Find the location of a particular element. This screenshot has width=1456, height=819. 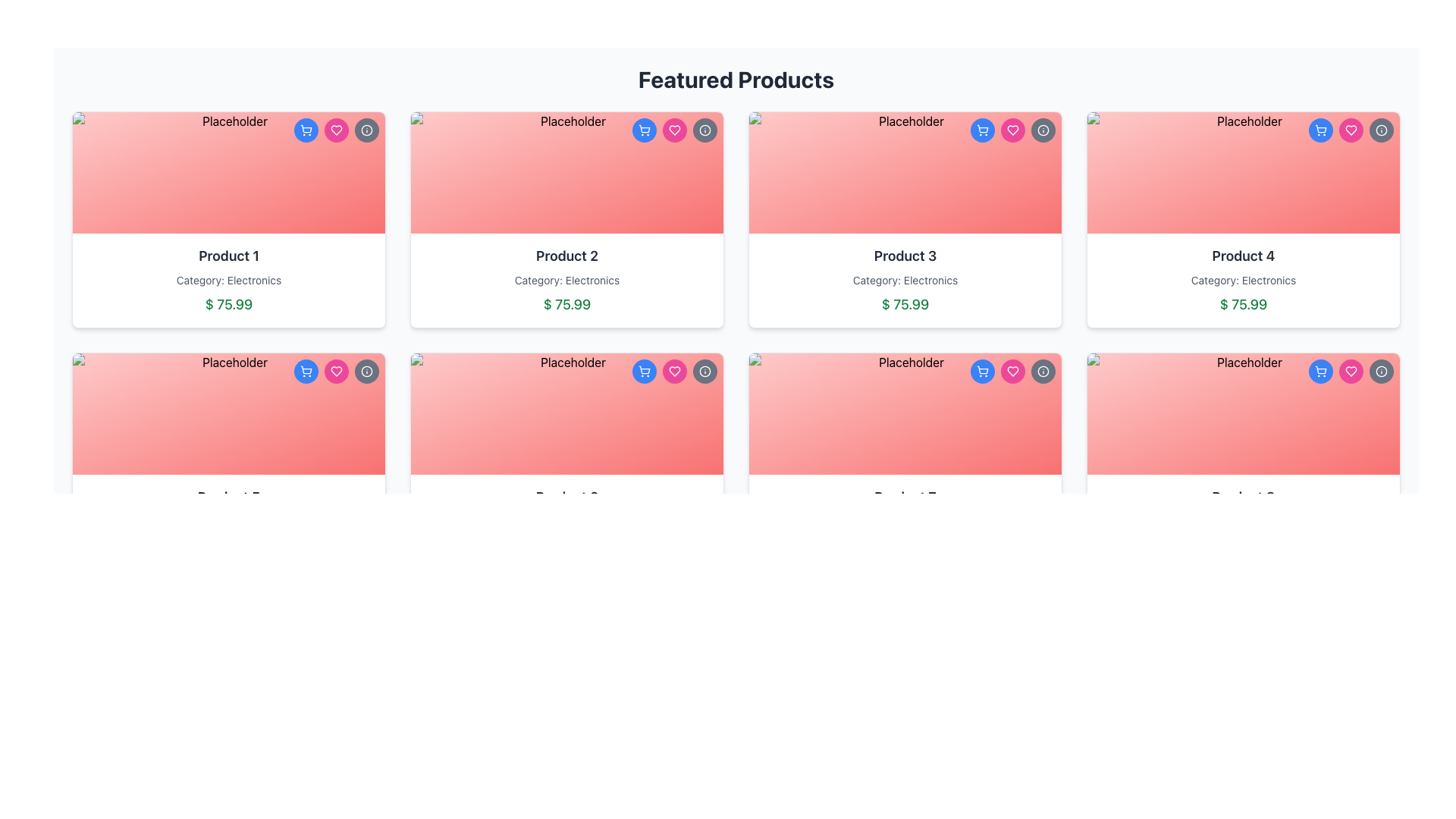

the shopping cart icon button located in the top-right corner of the card for 'Product 1' is located at coordinates (305, 130).